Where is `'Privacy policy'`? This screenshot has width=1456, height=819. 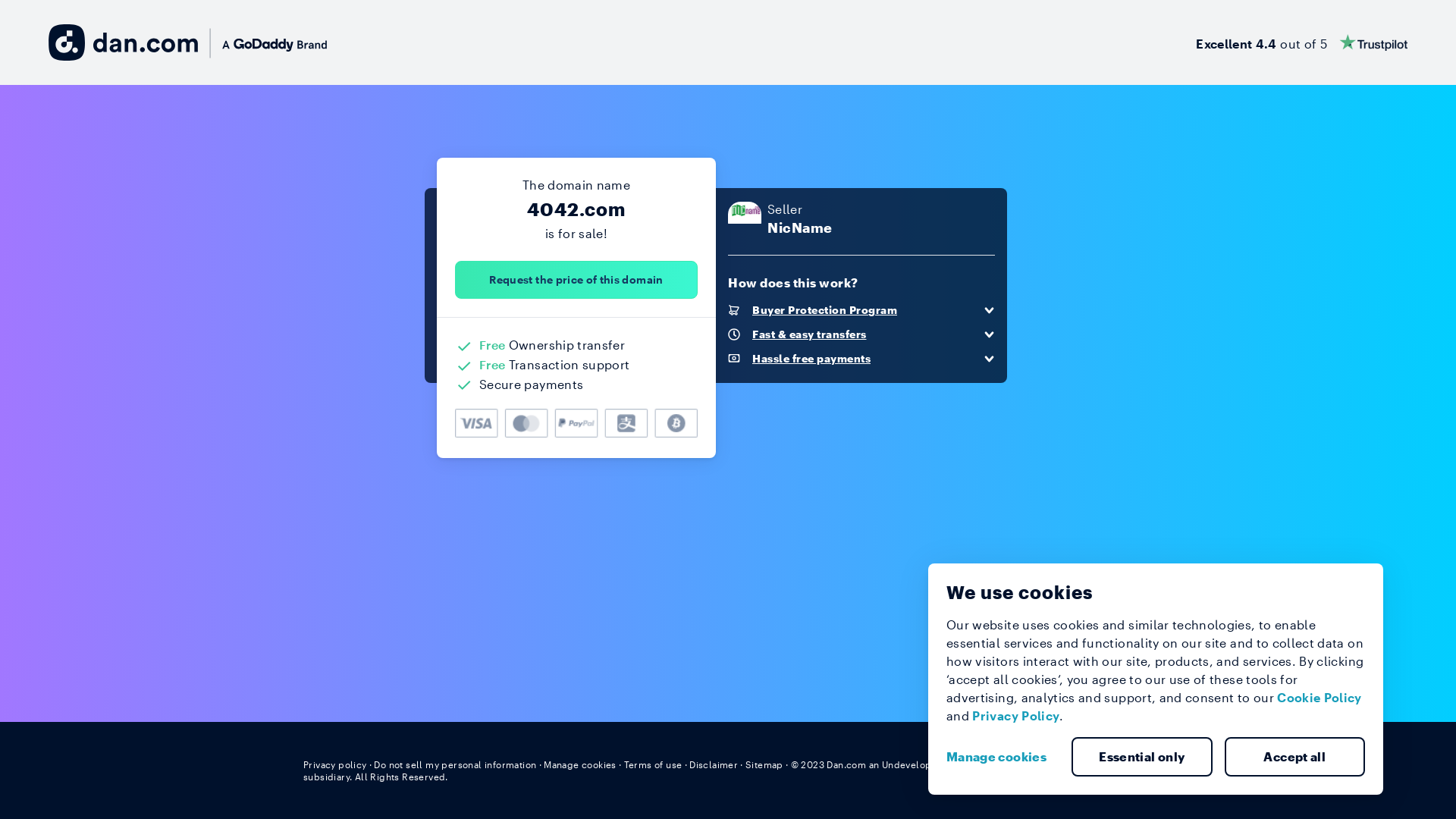 'Privacy policy' is located at coordinates (303, 764).